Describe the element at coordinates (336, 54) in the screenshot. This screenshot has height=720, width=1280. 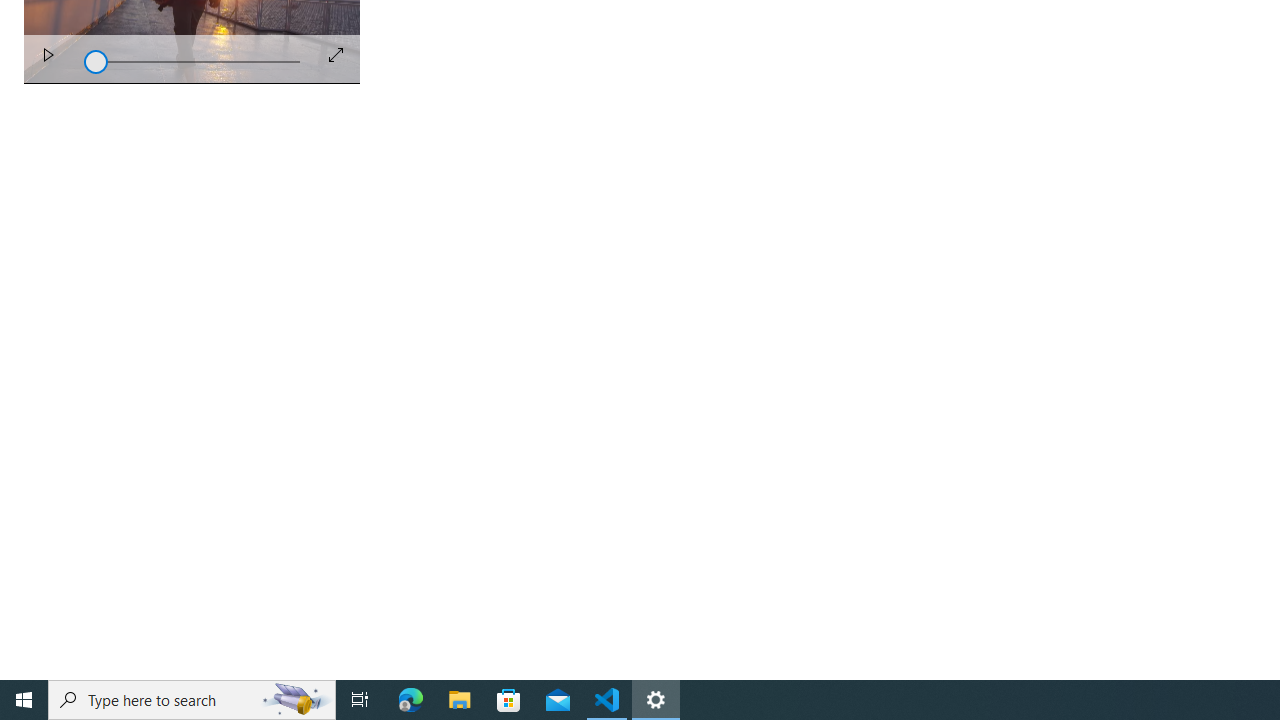
I see `'Full Screen'` at that location.